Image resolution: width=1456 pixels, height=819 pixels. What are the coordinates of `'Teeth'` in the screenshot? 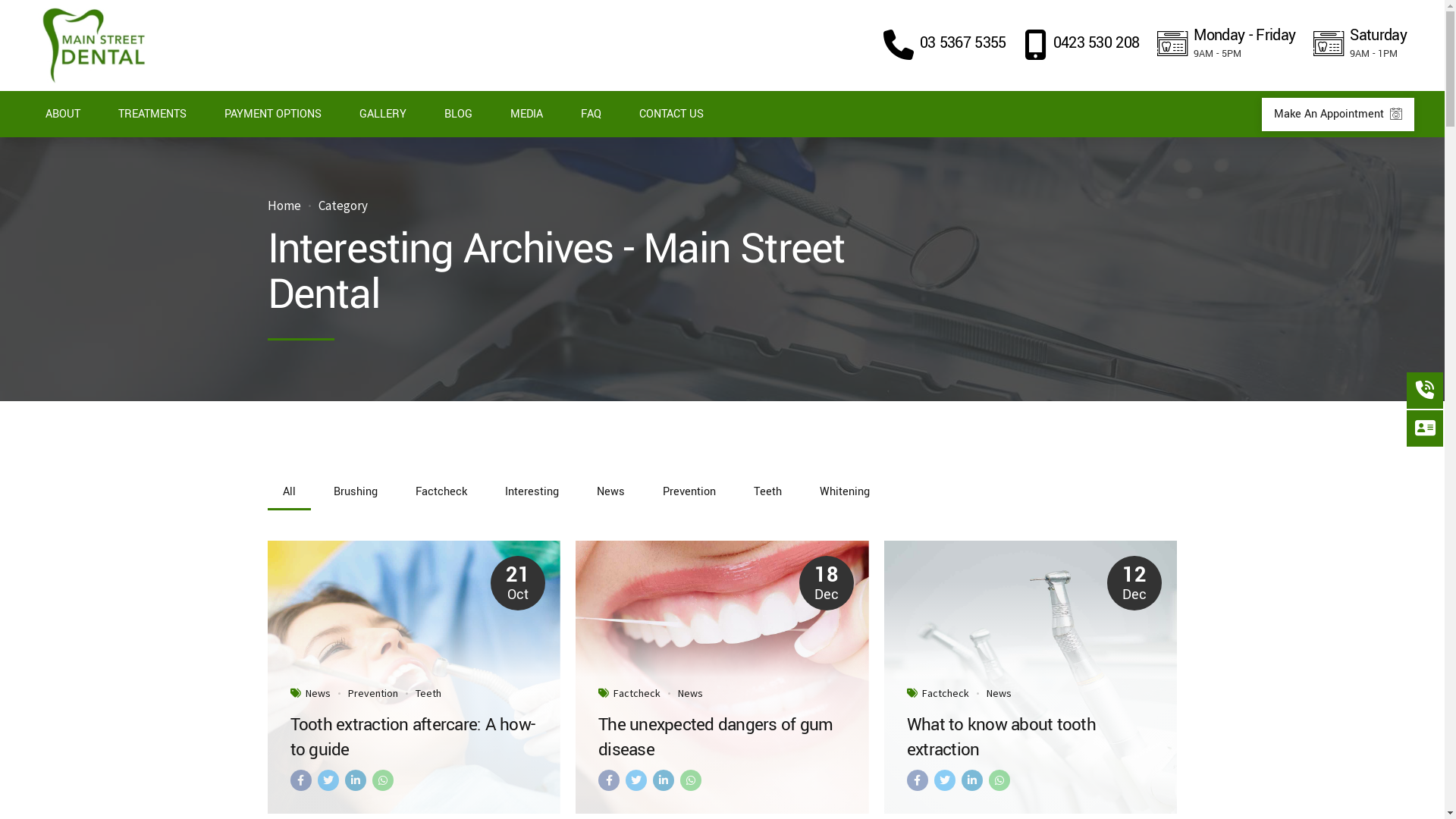 It's located at (428, 693).